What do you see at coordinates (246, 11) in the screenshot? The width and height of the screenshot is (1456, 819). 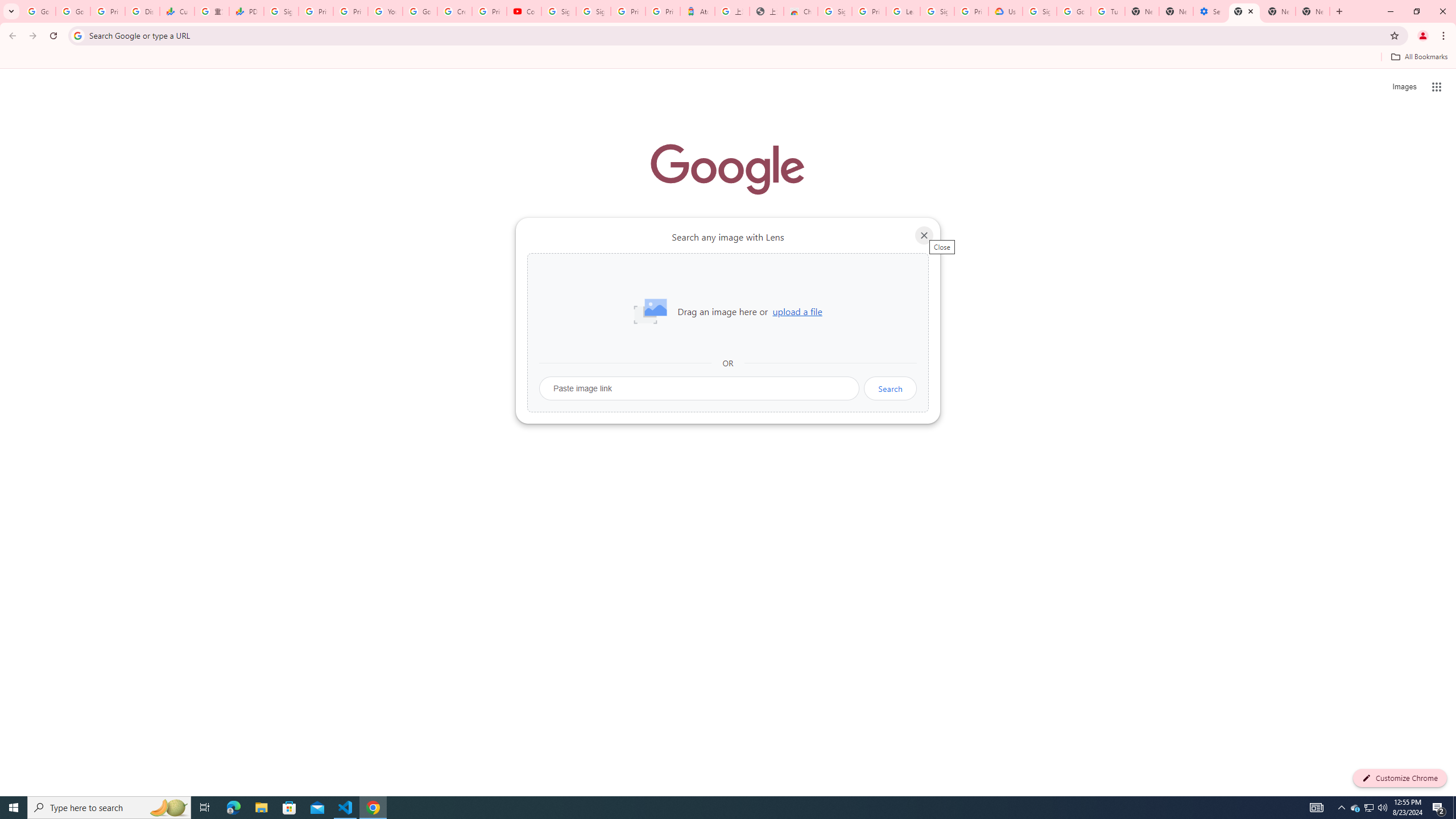 I see `'PDD Holdings Inc - ADR (PDD) Price & News - Google Finance'` at bounding box center [246, 11].